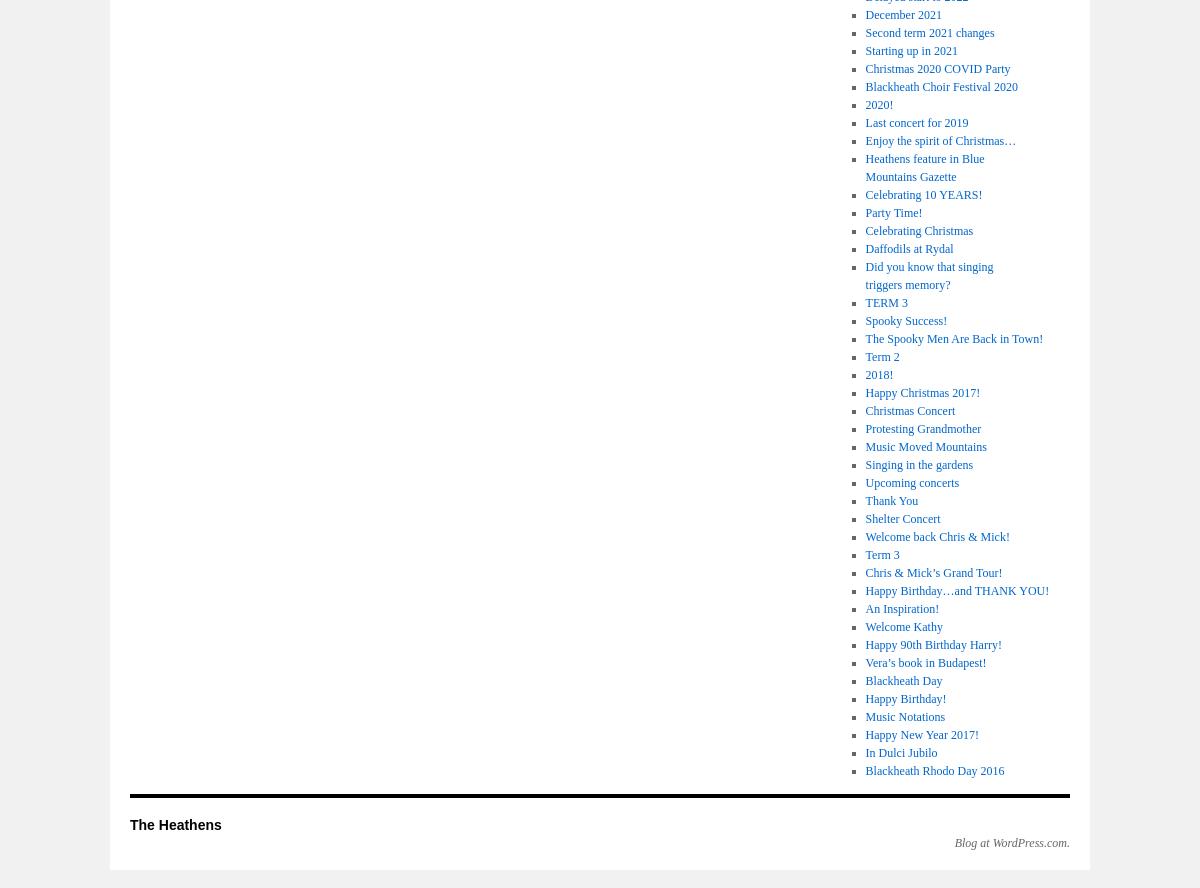  I want to click on 'Happy 90th Birthday Harry!', so click(933, 644).